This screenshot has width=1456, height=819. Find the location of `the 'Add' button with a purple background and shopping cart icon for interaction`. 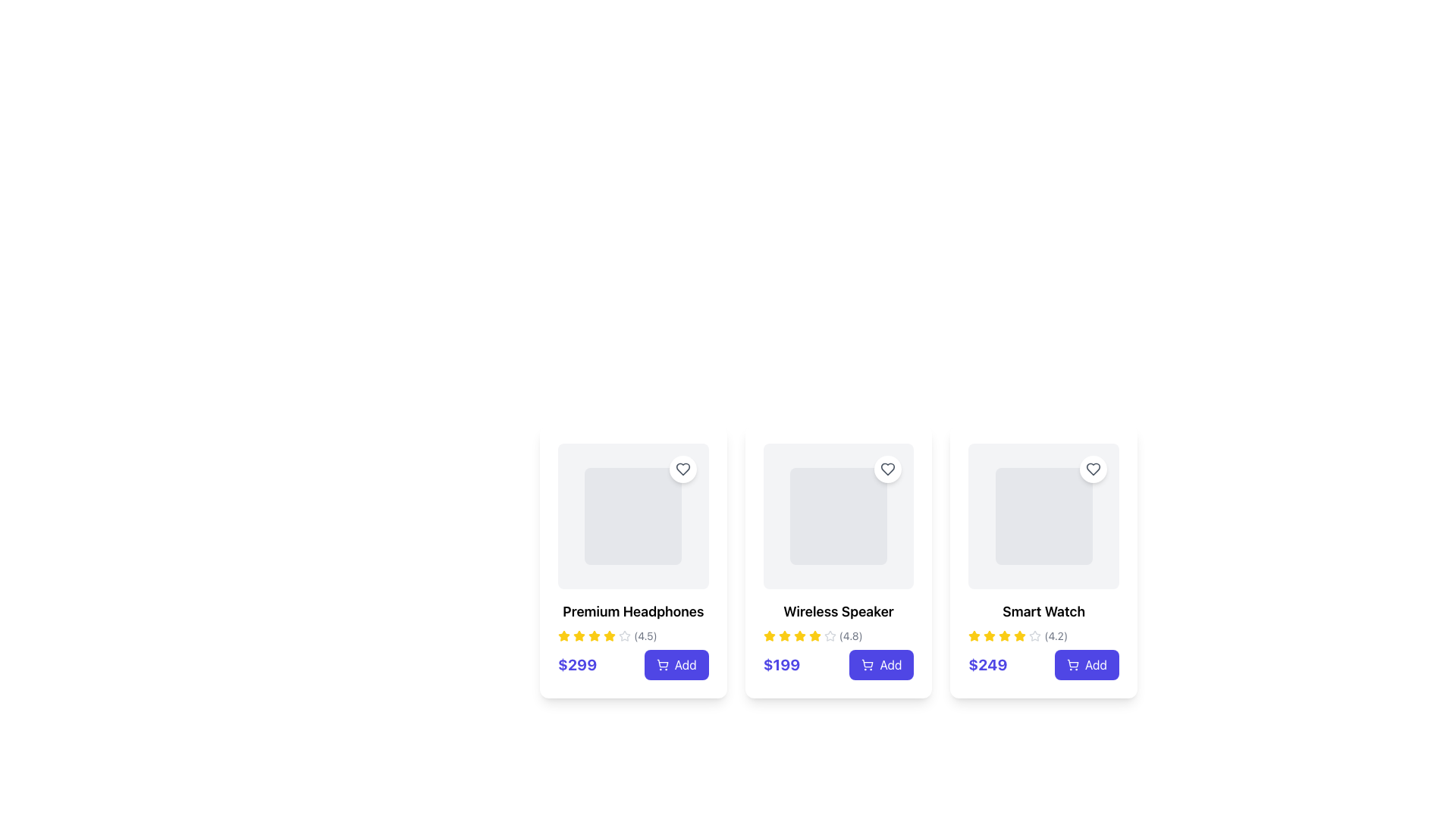

the 'Add' button with a purple background and shopping cart icon for interaction is located at coordinates (676, 664).